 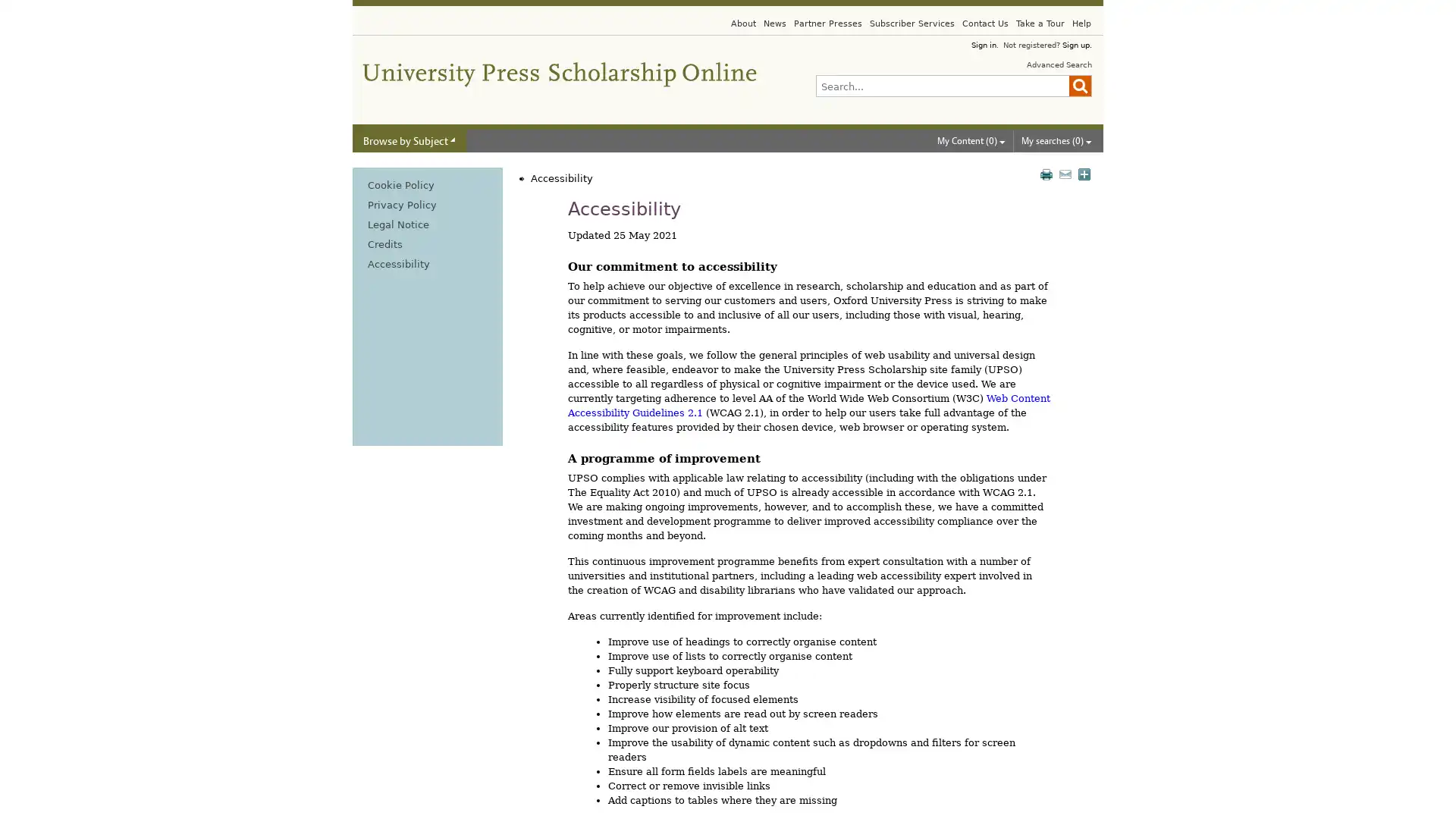 I want to click on Email this link, so click(x=1065, y=174).